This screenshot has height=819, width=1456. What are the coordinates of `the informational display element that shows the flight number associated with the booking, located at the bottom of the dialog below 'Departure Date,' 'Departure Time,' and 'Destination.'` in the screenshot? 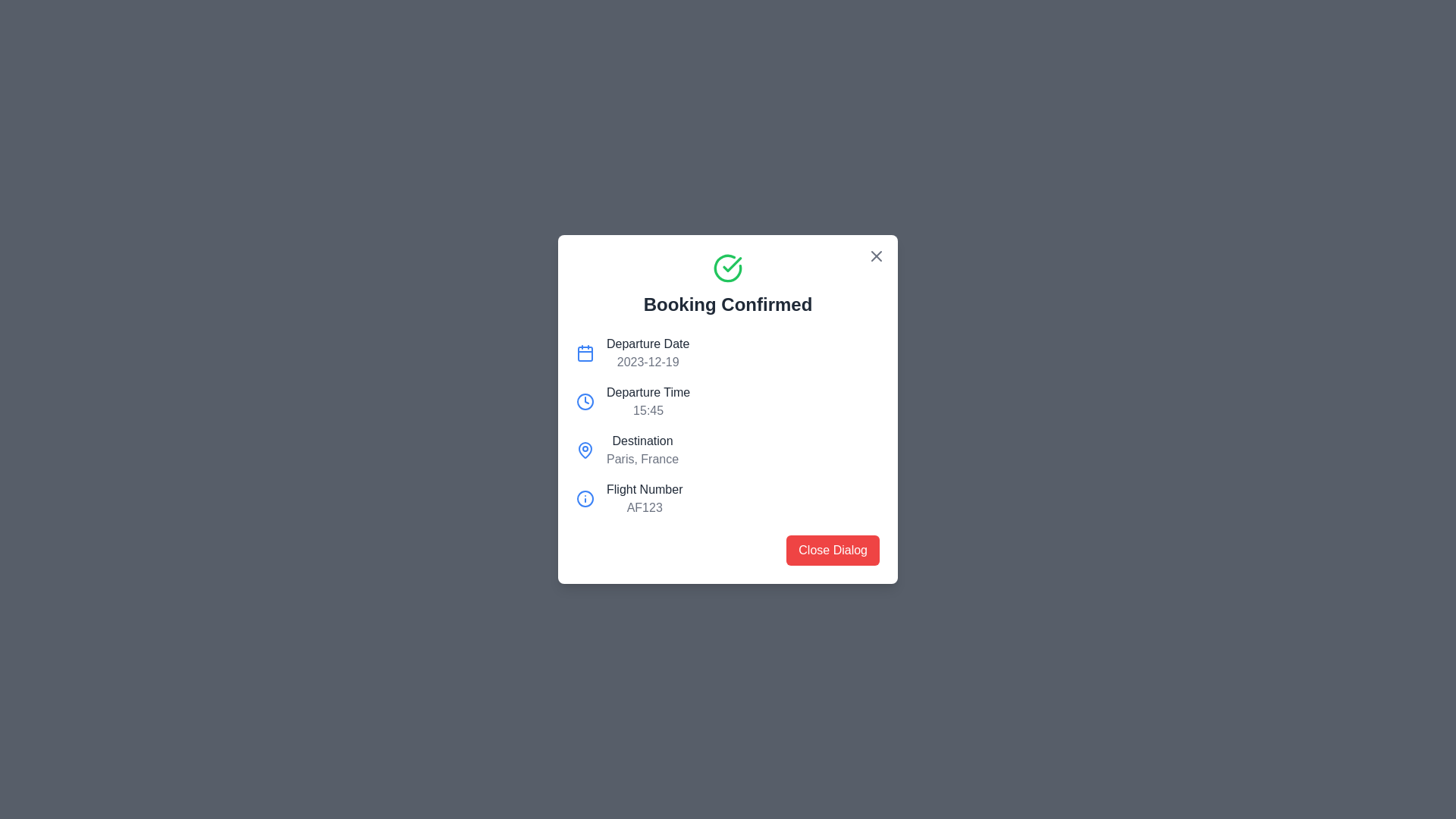 It's located at (728, 499).